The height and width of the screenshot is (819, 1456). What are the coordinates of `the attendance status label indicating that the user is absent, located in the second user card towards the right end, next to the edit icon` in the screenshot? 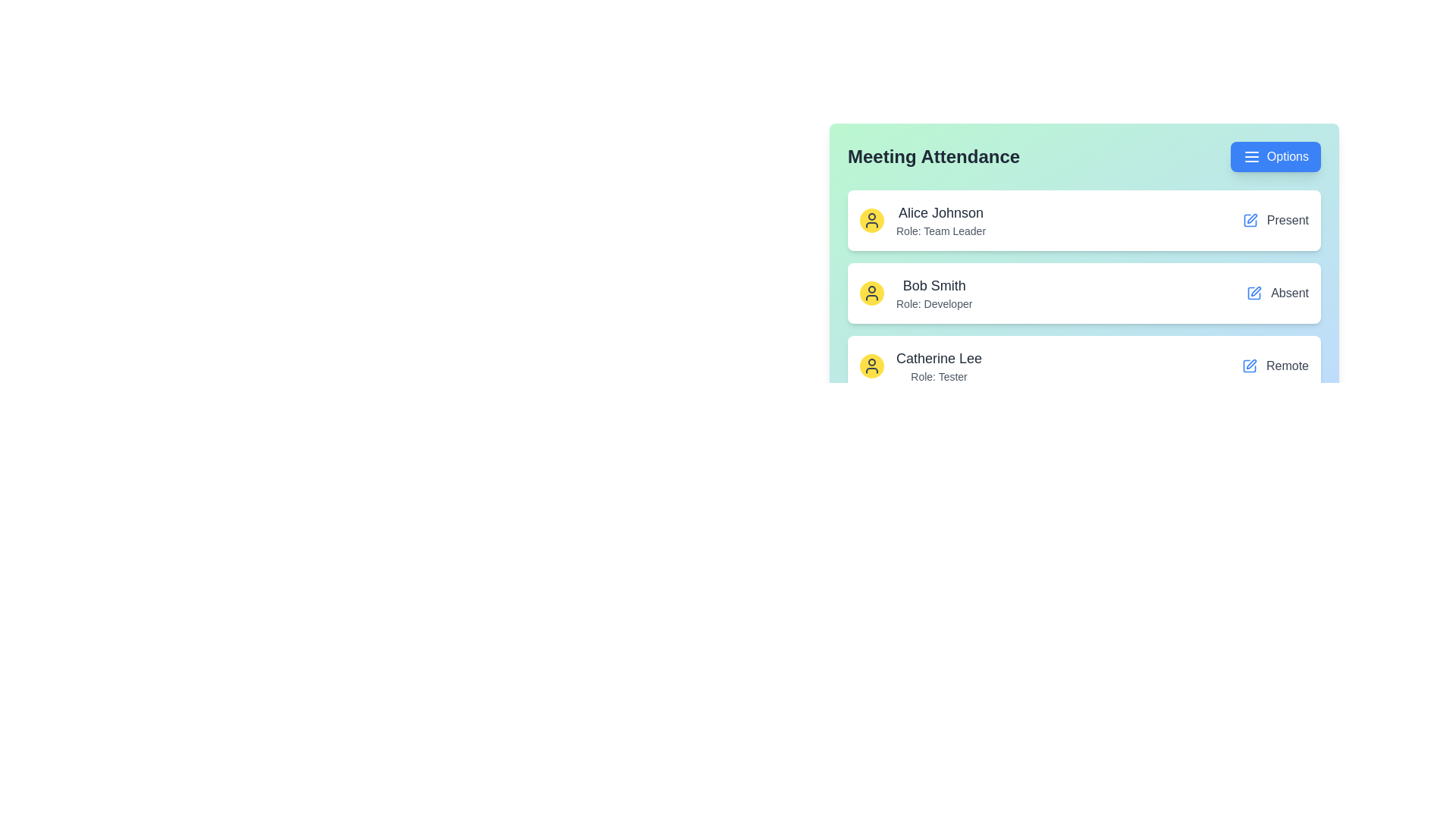 It's located at (1277, 293).